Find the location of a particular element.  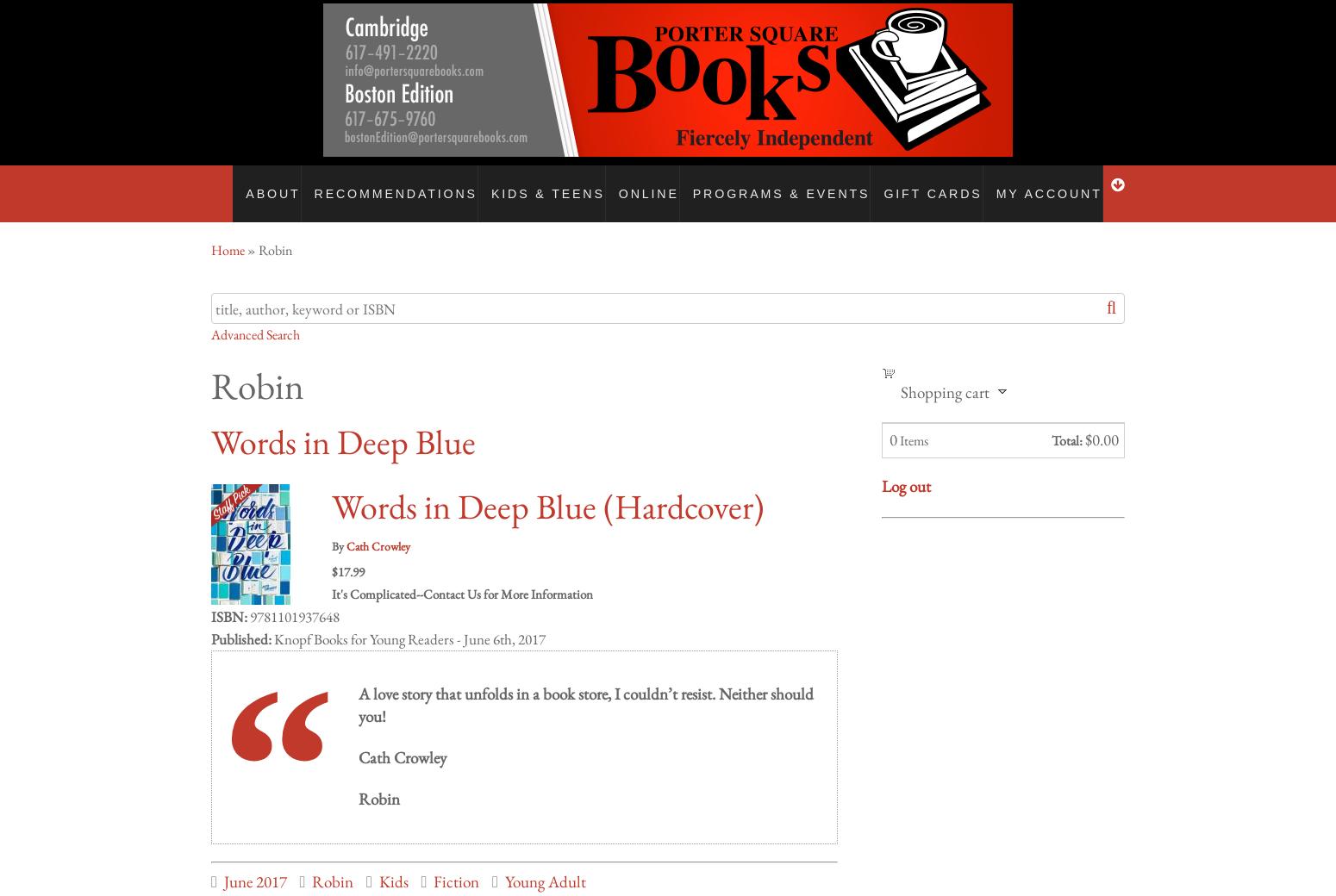

'It's Complicated--Contact Us for More Information' is located at coordinates (331, 576).